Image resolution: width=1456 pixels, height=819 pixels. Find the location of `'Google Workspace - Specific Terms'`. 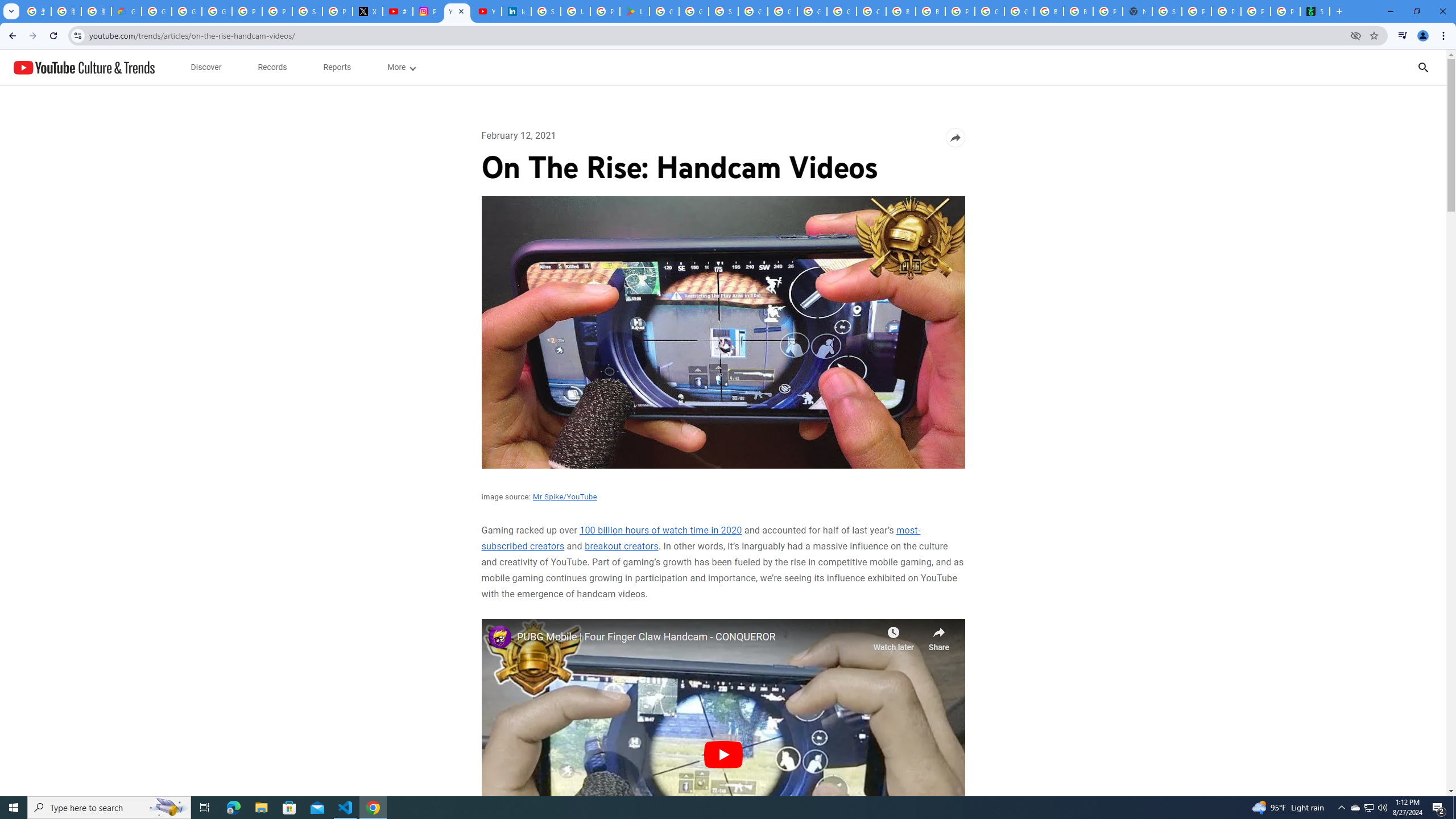

'Google Workspace - Specific Terms' is located at coordinates (693, 11).